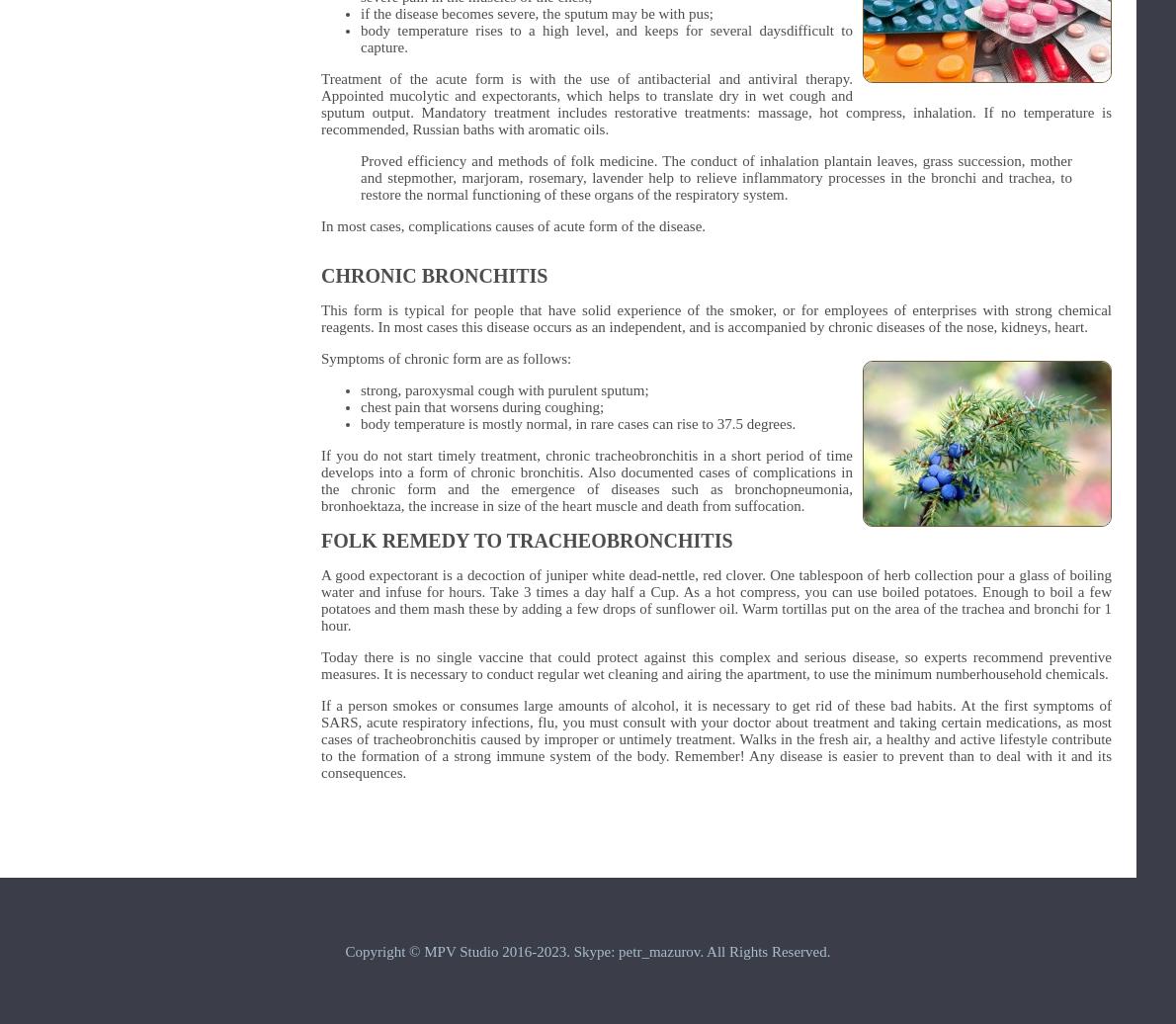 This screenshot has width=1176, height=1024. What do you see at coordinates (606, 39) in the screenshot?
I see `'body temperature rises to a high level, and keeps for several daysdifficult to capture.'` at bounding box center [606, 39].